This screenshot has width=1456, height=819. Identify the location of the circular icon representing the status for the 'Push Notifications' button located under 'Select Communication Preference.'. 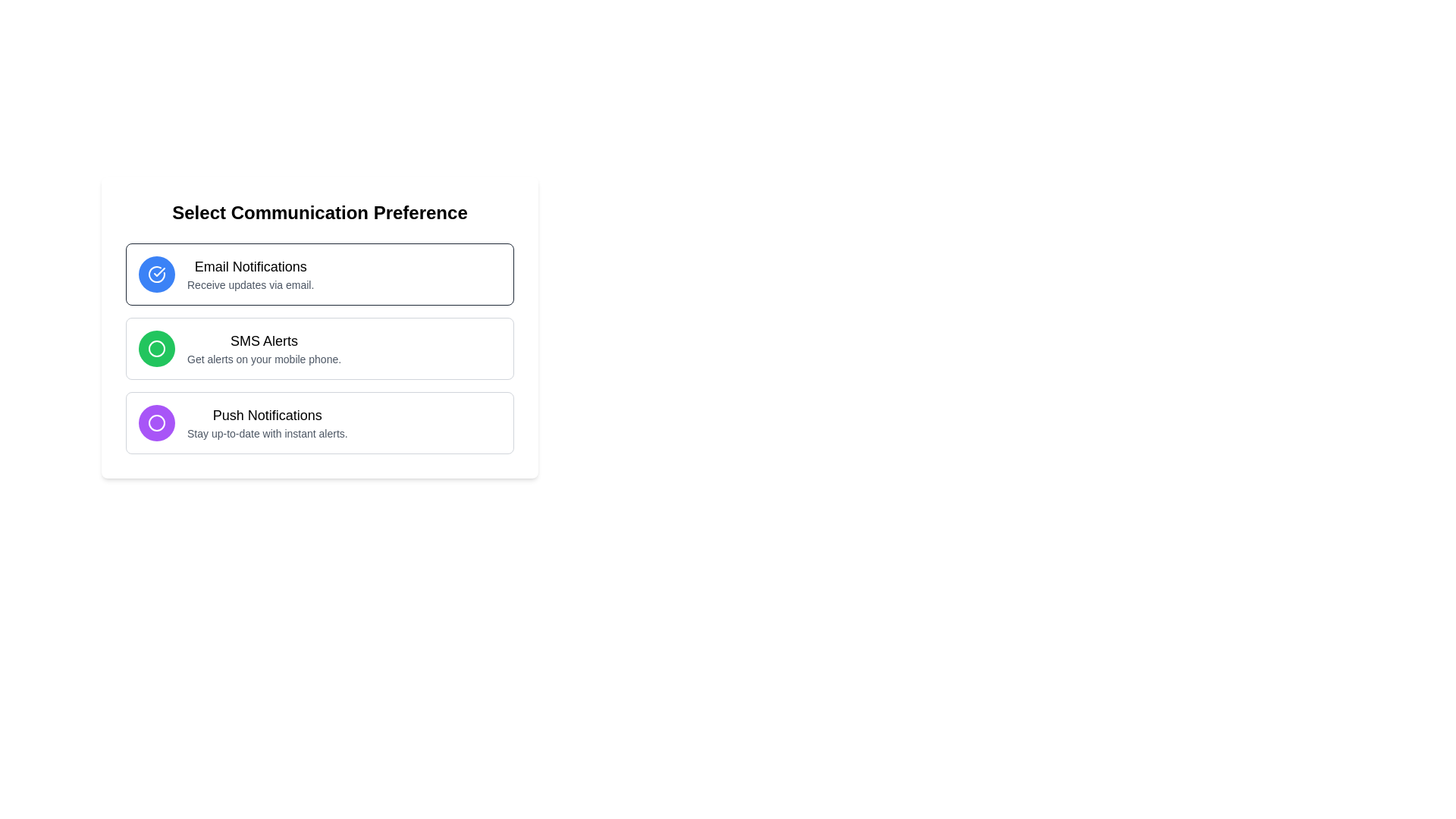
(156, 423).